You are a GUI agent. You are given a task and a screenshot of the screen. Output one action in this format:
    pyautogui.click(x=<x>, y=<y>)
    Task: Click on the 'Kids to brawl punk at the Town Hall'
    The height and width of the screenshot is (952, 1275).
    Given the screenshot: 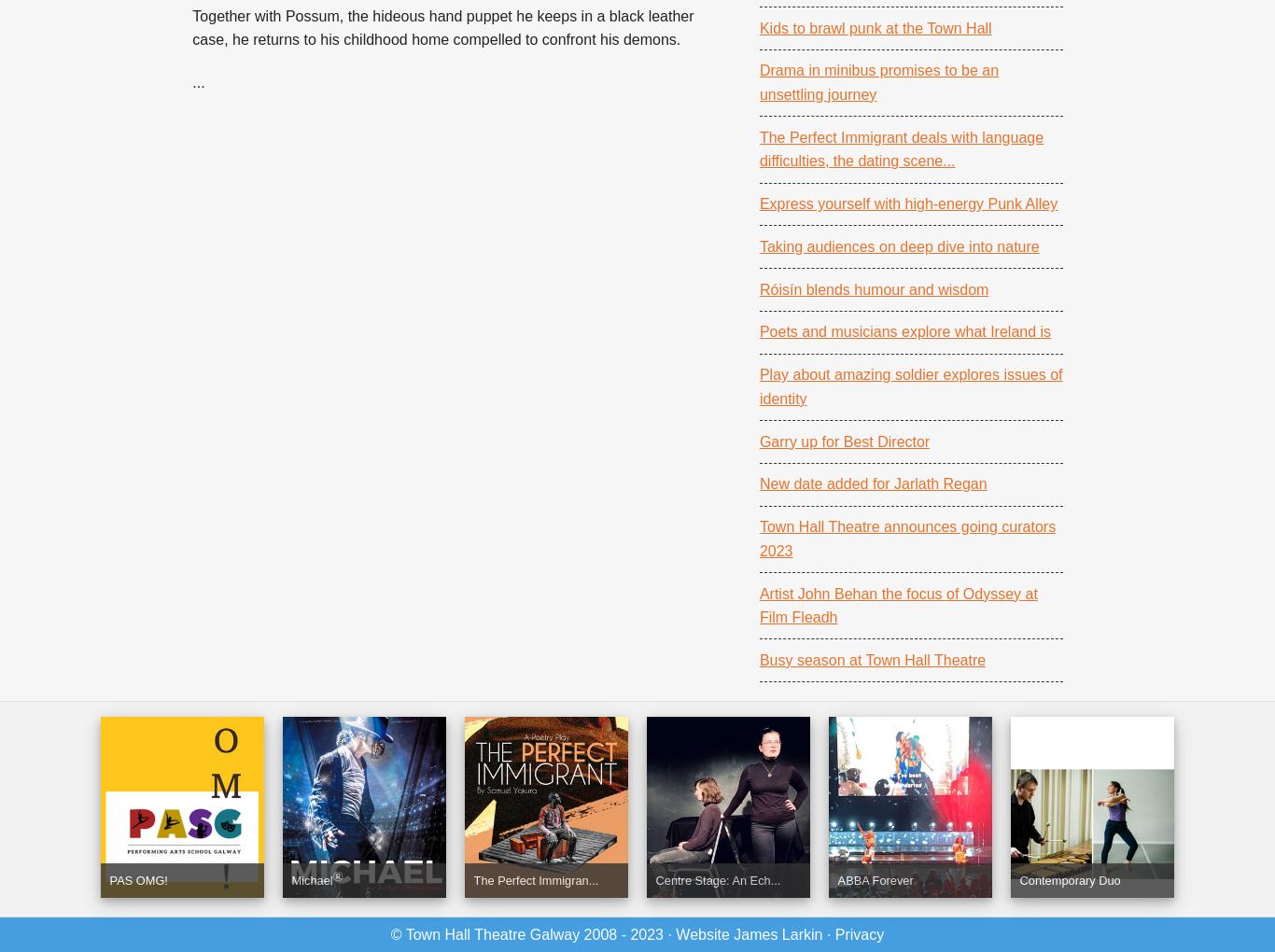 What is the action you would take?
    pyautogui.click(x=875, y=26)
    